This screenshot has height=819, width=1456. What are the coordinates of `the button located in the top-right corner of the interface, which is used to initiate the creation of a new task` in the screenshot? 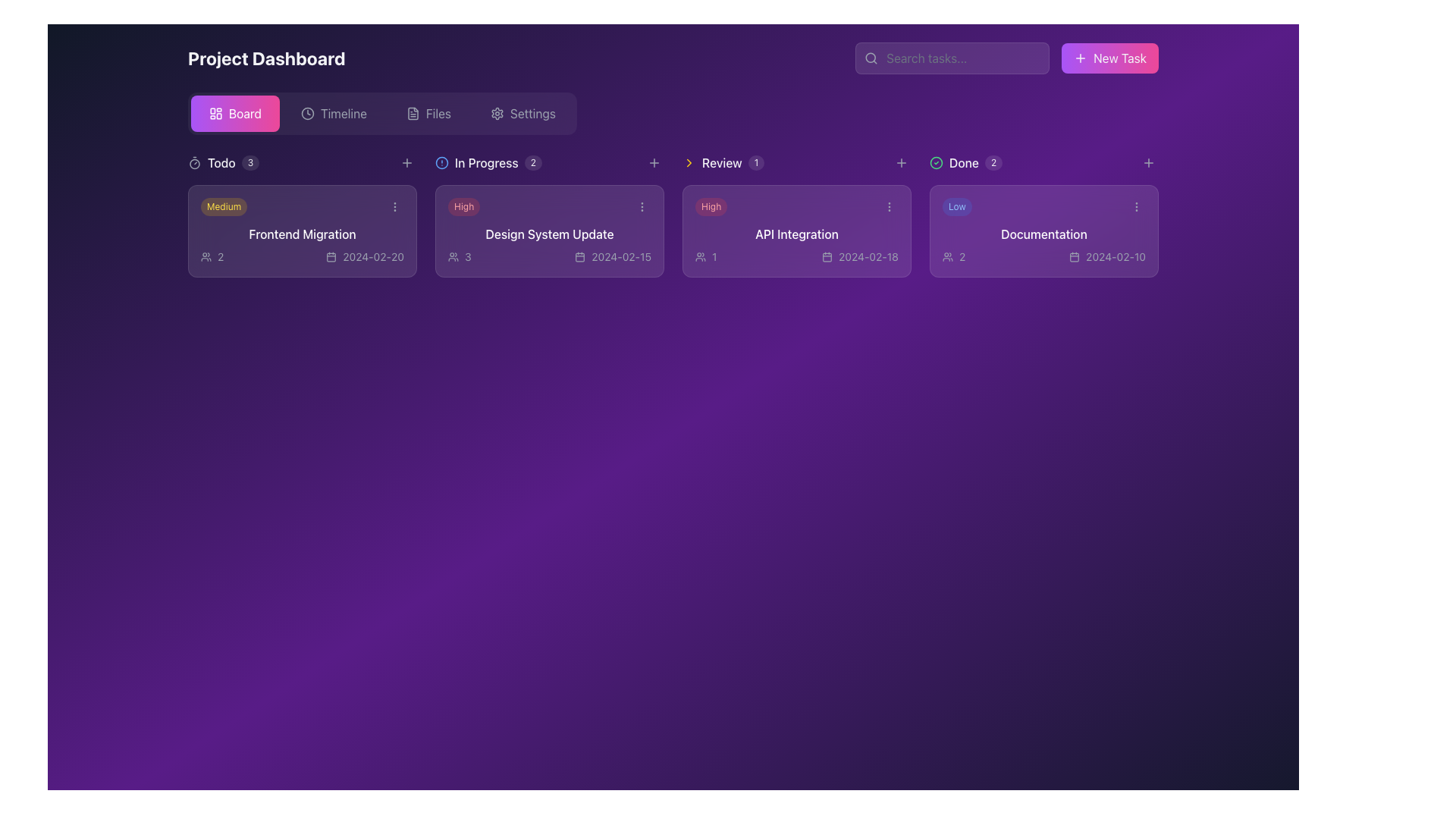 It's located at (1110, 58).